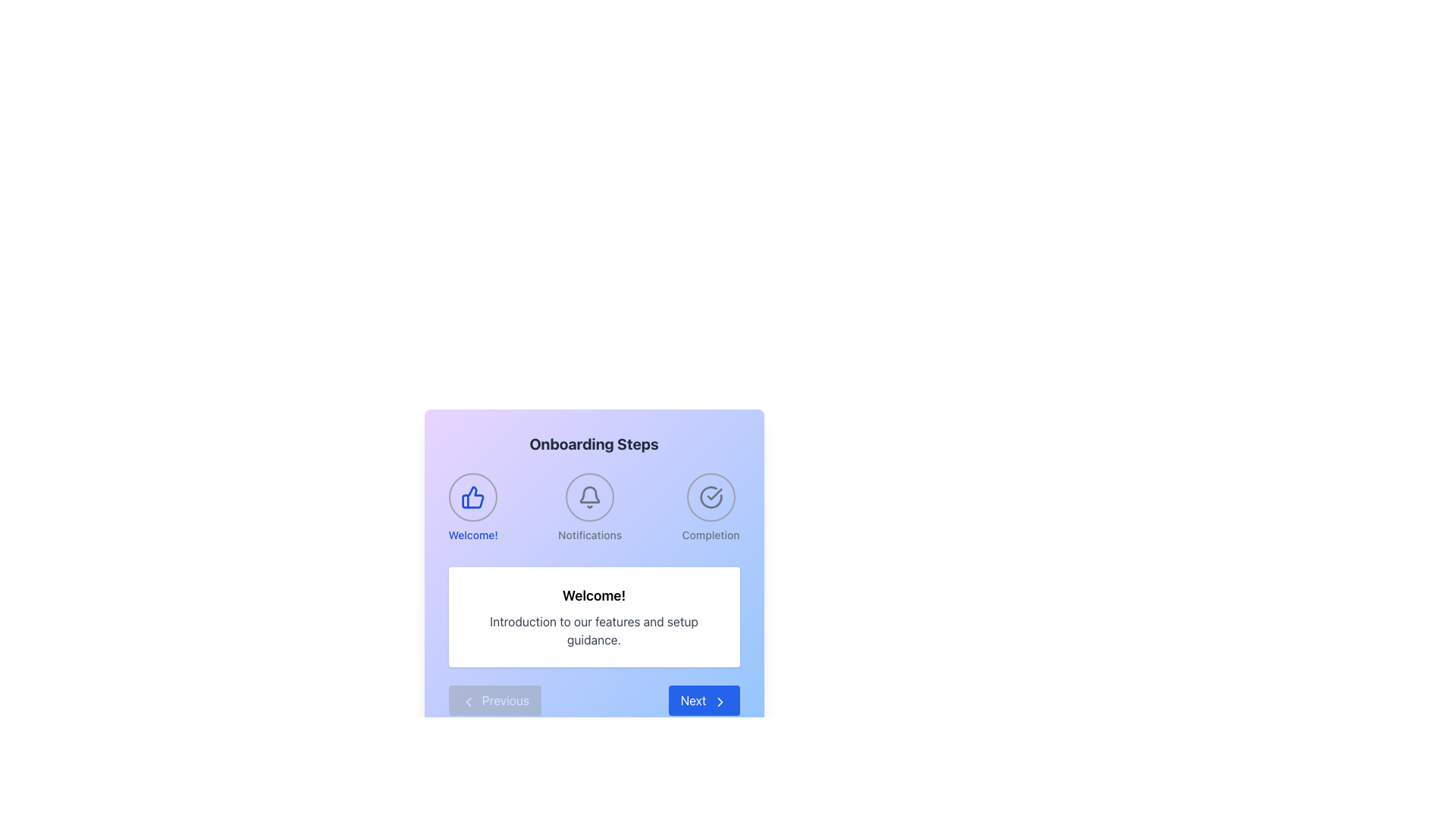 The height and width of the screenshot is (819, 1456). What do you see at coordinates (472, 534) in the screenshot?
I see `the text label displaying 'Welcome!' which is styled with medium font weight and centered alignment, positioned below a thumbs-up circular graphic icon` at bounding box center [472, 534].